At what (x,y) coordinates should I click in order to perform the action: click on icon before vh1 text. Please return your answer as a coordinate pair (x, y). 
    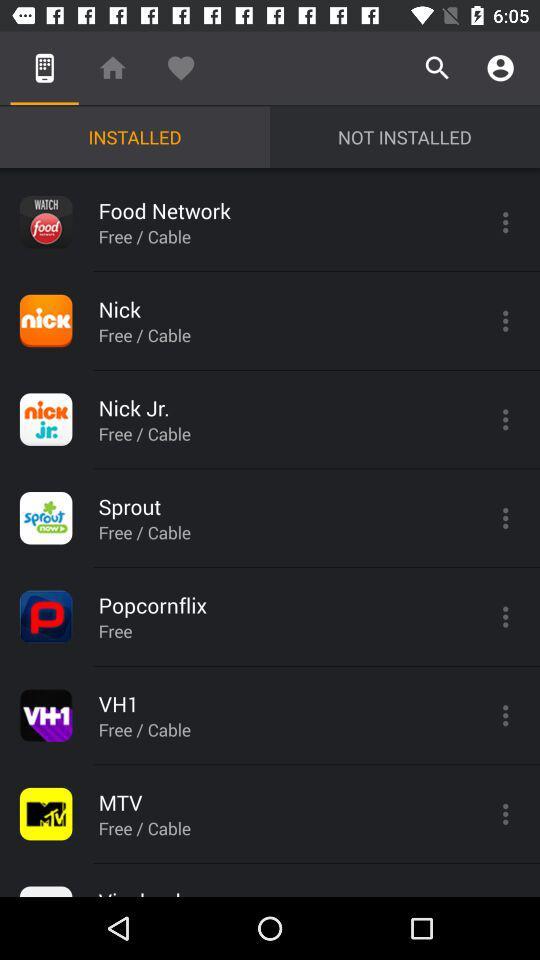
    Looking at the image, I should click on (46, 715).